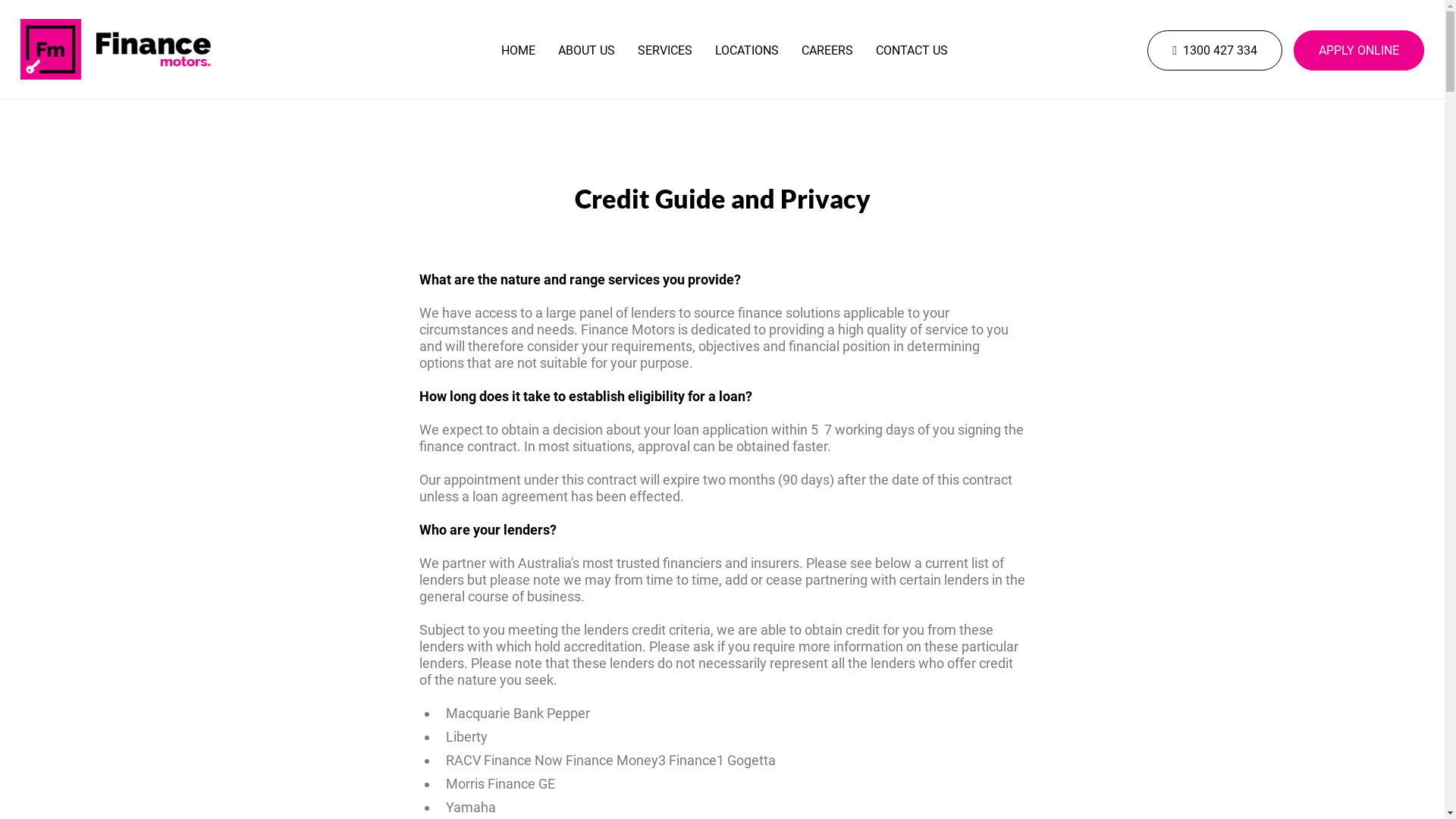 The width and height of the screenshot is (1456, 819). What do you see at coordinates (585, 49) in the screenshot?
I see `'ABOUT US'` at bounding box center [585, 49].